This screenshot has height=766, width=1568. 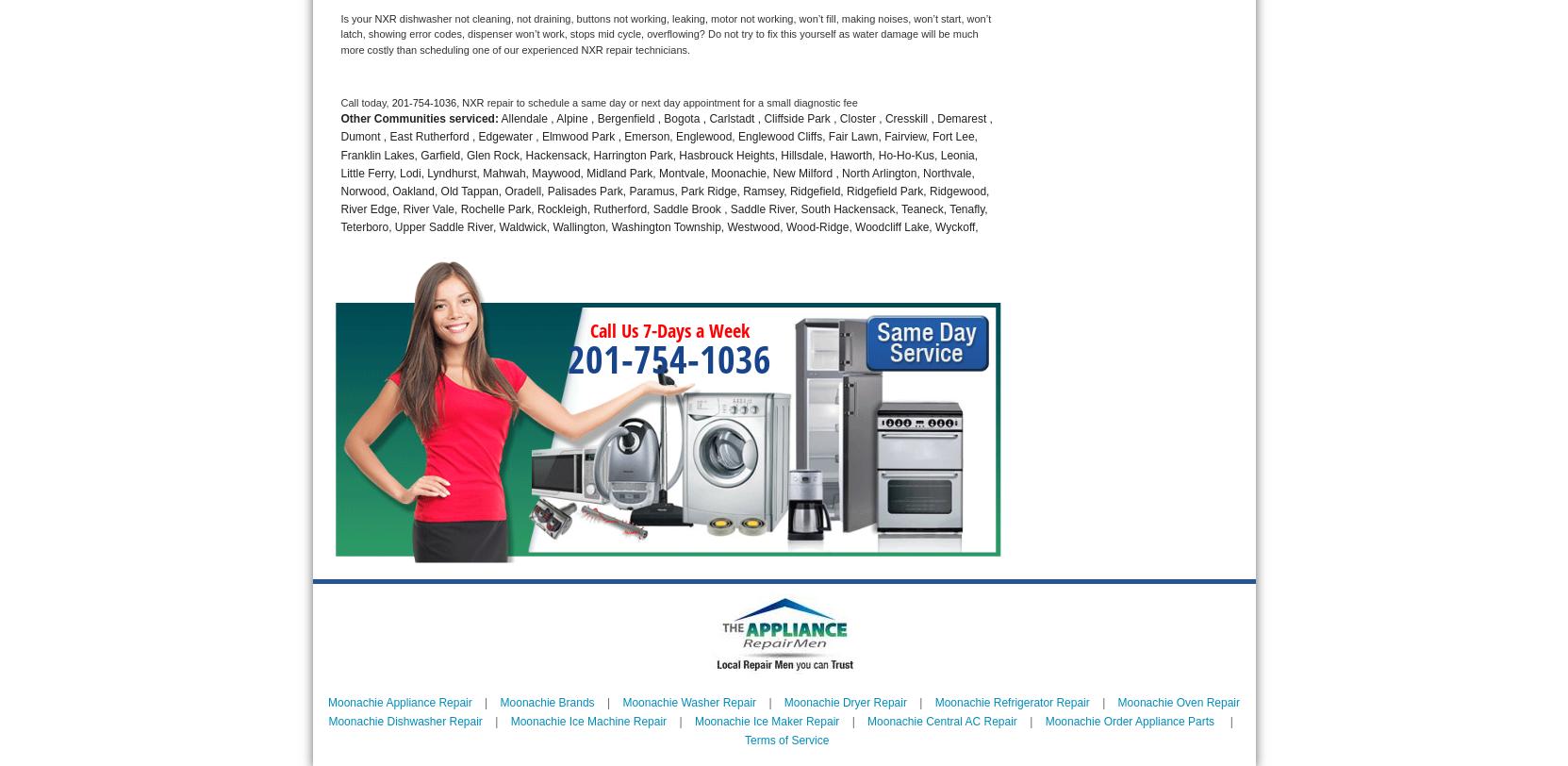 What do you see at coordinates (400, 703) in the screenshot?
I see `'Moonachie Appliance Repair'` at bounding box center [400, 703].